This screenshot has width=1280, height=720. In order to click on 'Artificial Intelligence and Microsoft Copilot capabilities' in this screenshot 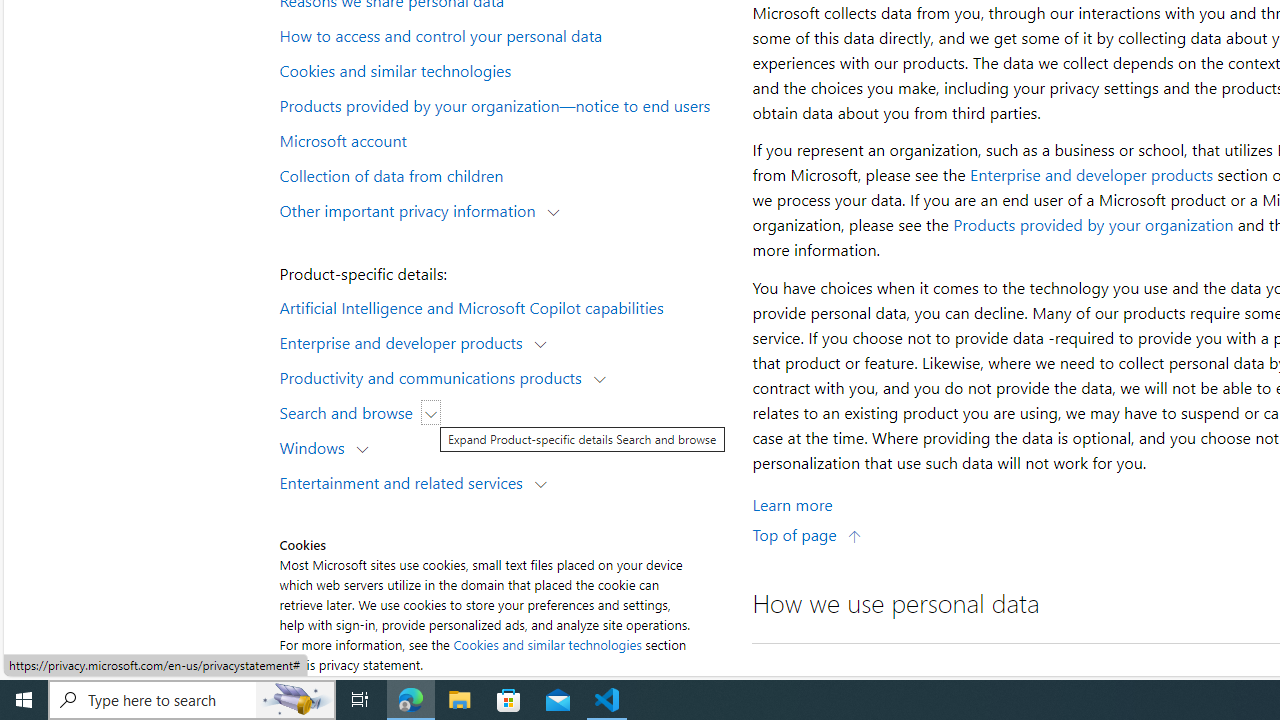, I will do `click(504, 306)`.